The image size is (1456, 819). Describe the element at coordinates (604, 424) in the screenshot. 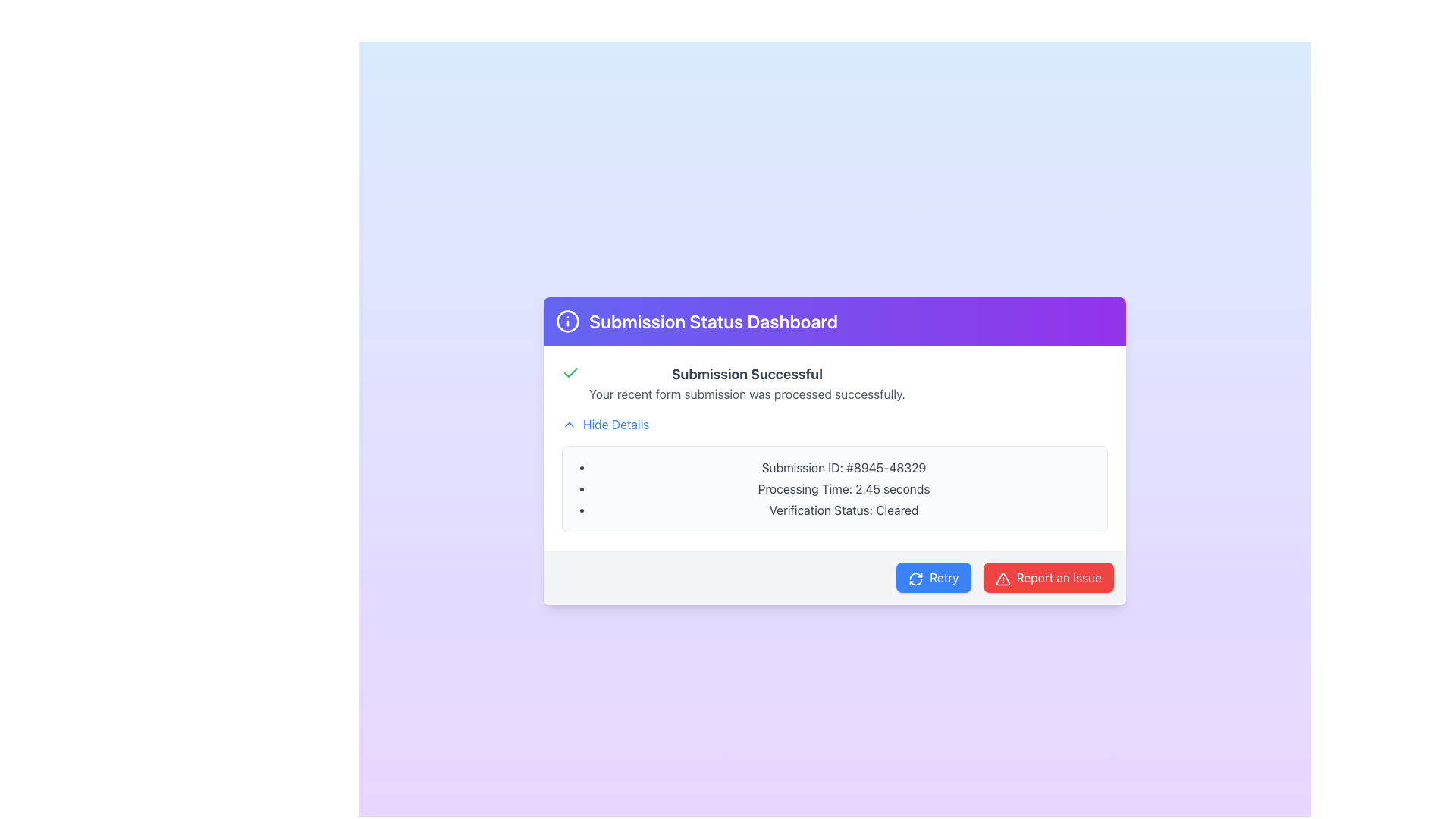

I see `the blue 'Hide Details' text link with an upward-facing chevron icon` at that location.